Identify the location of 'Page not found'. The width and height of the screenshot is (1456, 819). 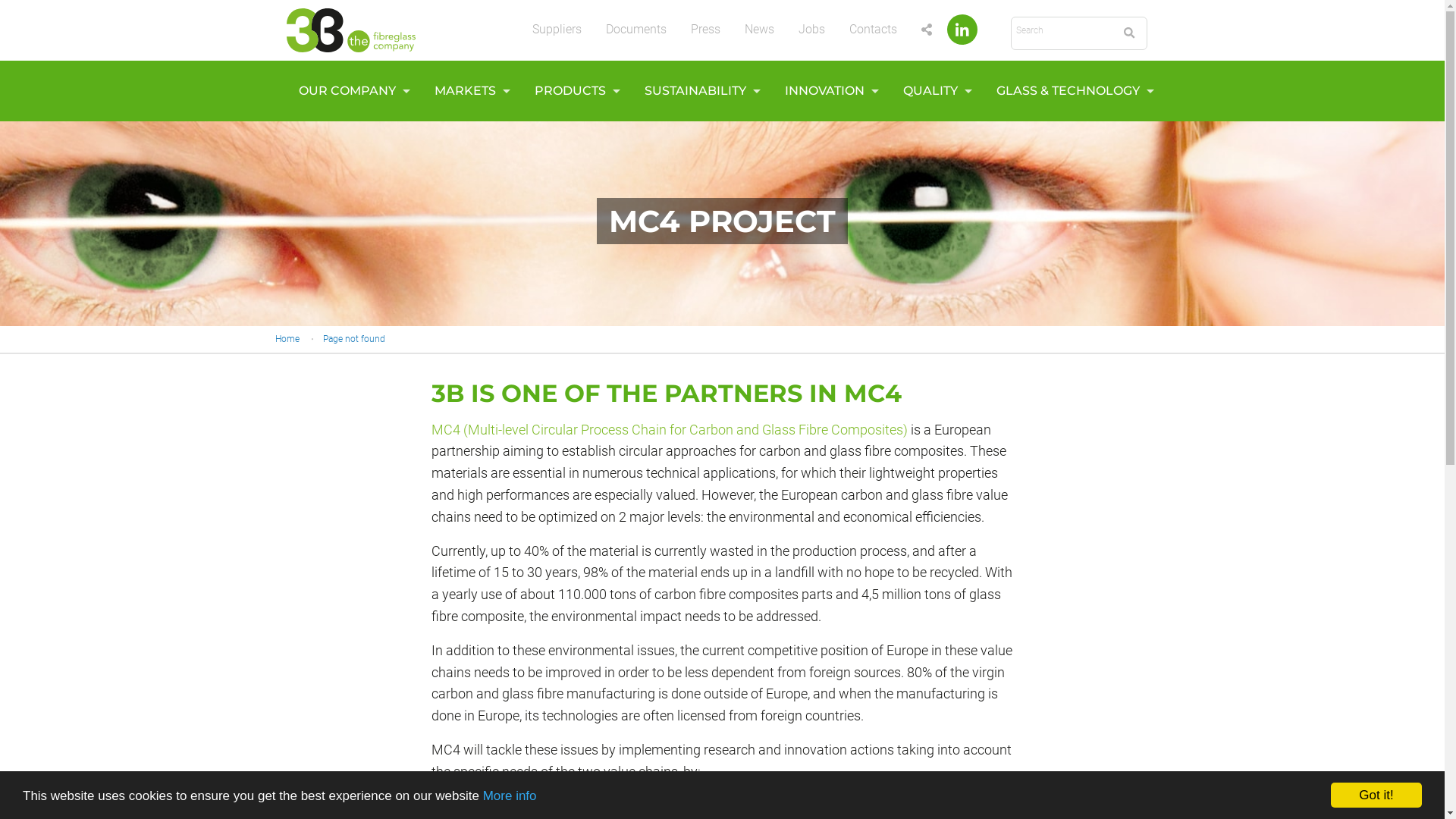
(353, 338).